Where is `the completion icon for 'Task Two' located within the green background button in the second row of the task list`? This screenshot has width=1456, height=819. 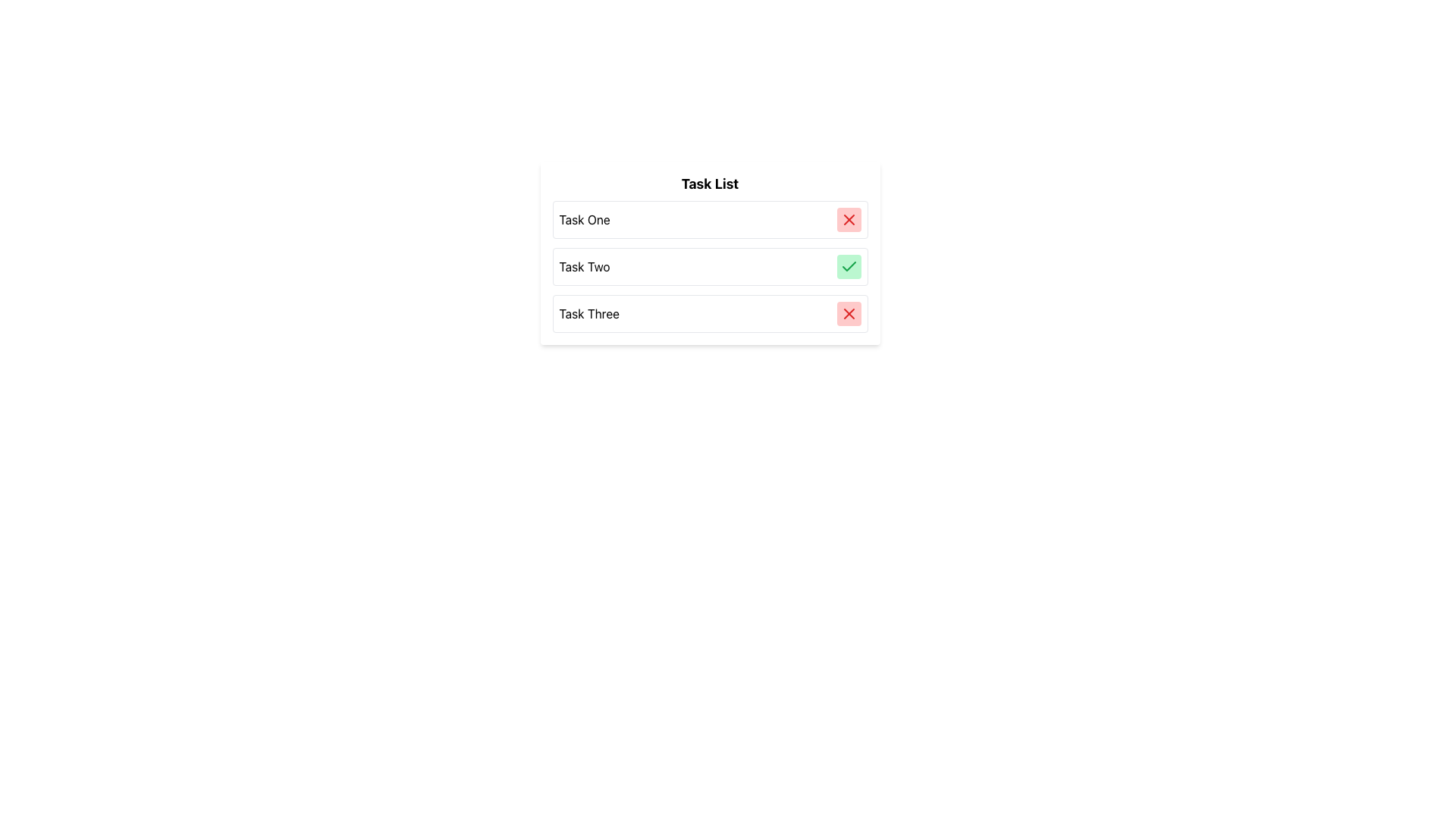
the completion icon for 'Task Two' located within the green background button in the second row of the task list is located at coordinates (848, 265).